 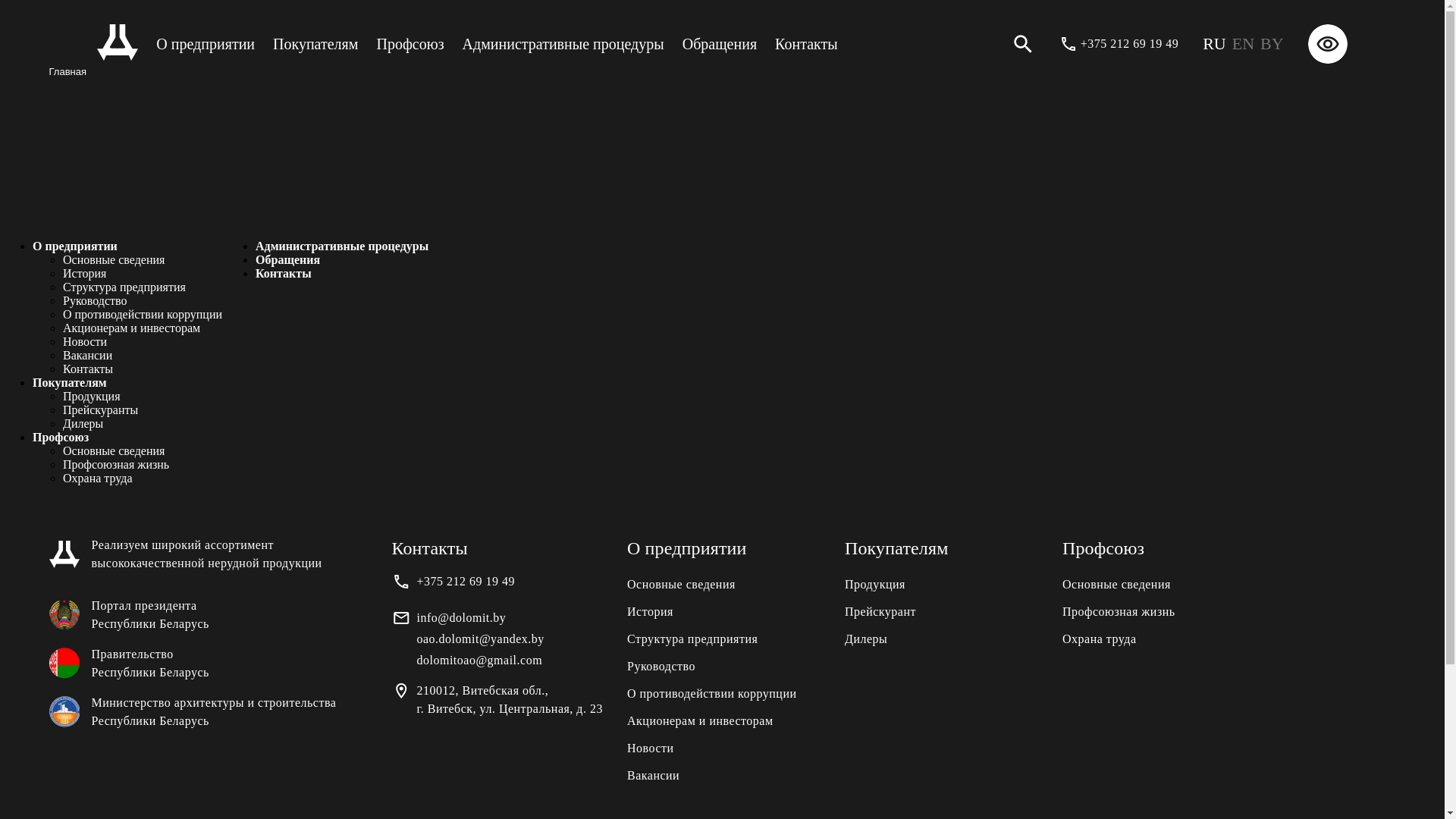 What do you see at coordinates (1214, 42) in the screenshot?
I see `'RU'` at bounding box center [1214, 42].